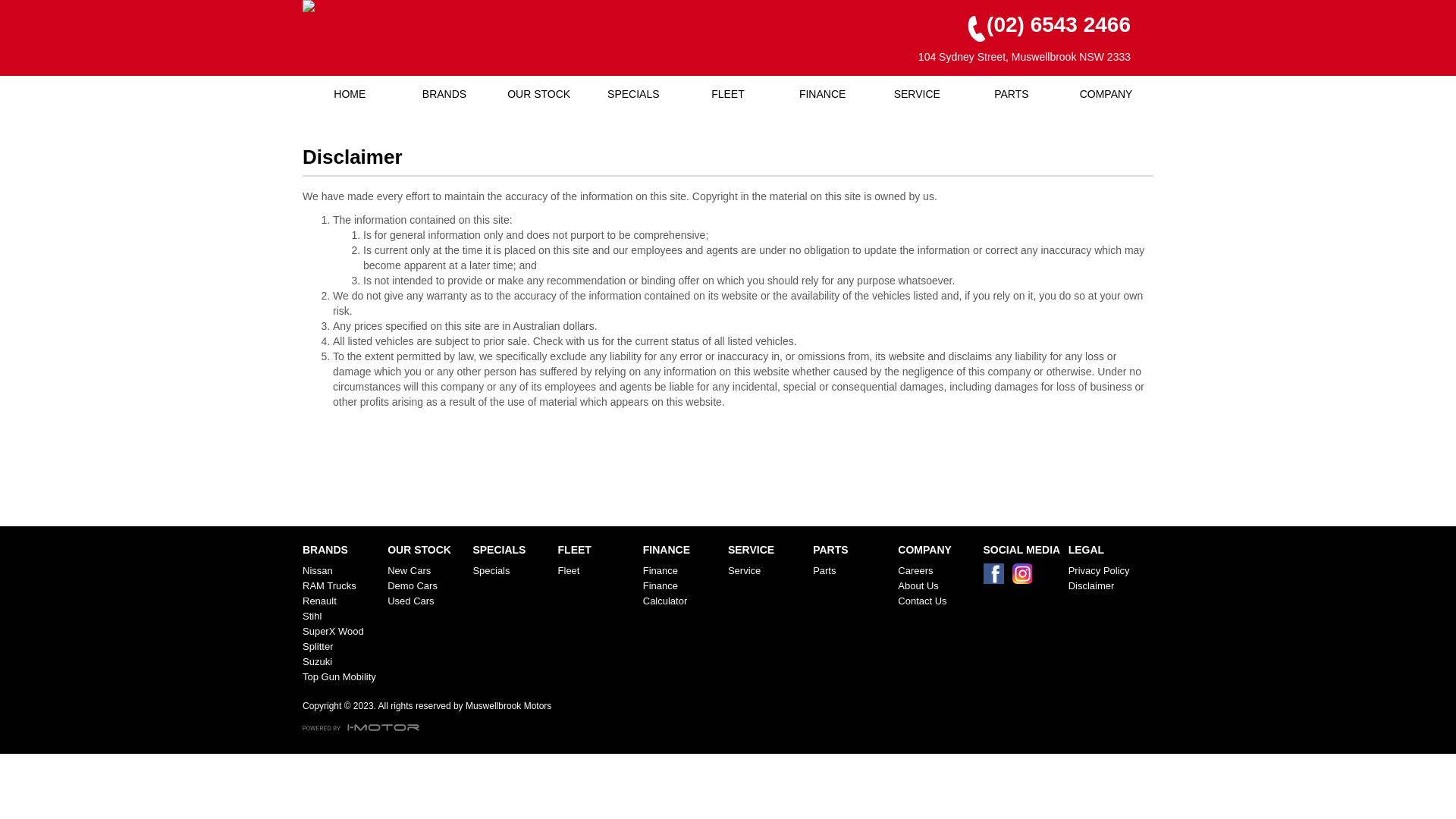 Image resolution: width=1456 pixels, height=819 pixels. What do you see at coordinates (1012, 94) in the screenshot?
I see `'PARTS'` at bounding box center [1012, 94].